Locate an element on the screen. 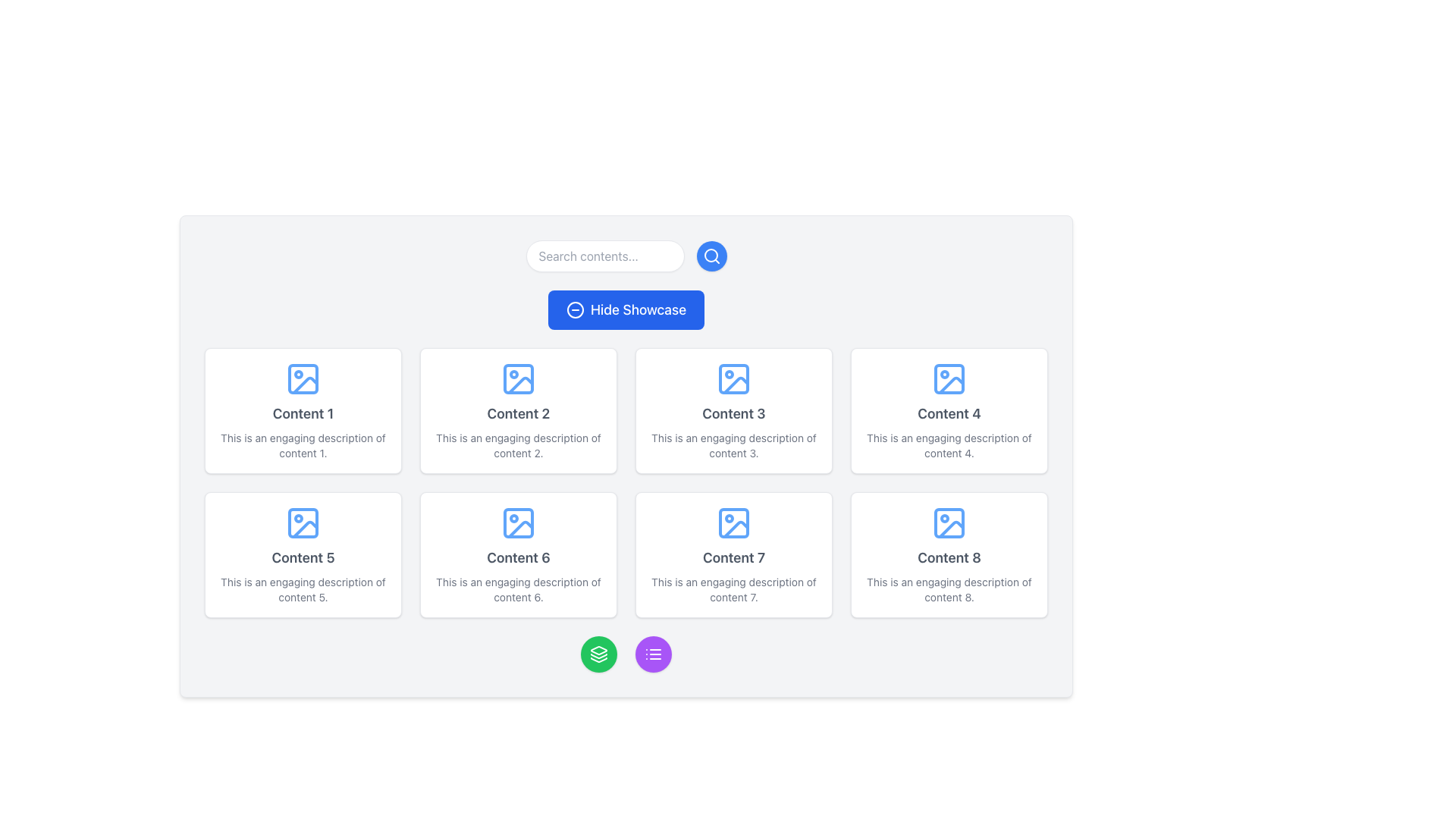  the bold text label 'Content 6' which is styled with medium font size and gray color, located in the center column of the second row of a grid layout, positioned below a blue icon and above a descriptive paragraph in a bordered white card is located at coordinates (518, 558).